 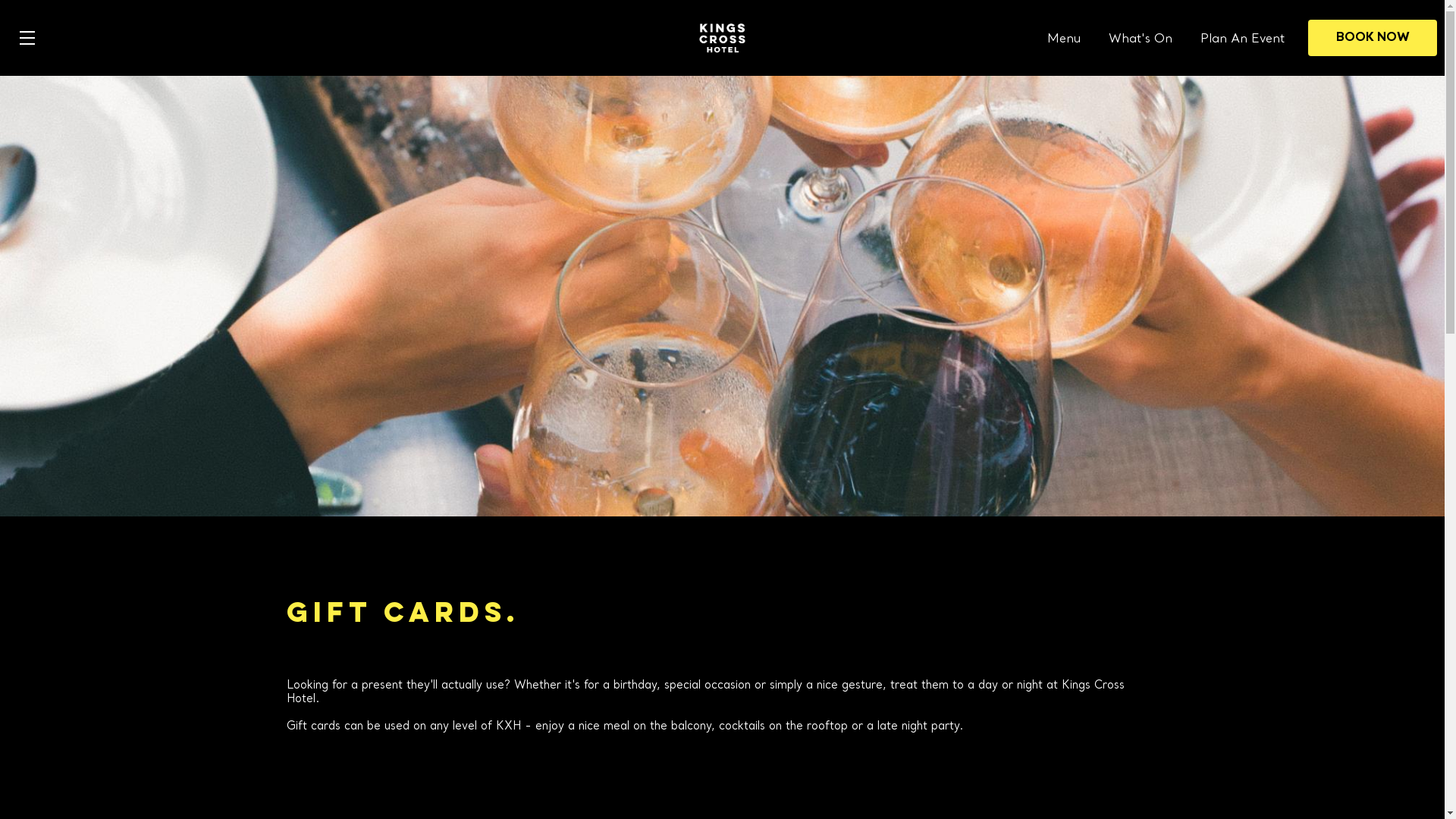 I want to click on 'Menu', so click(x=1062, y=38).